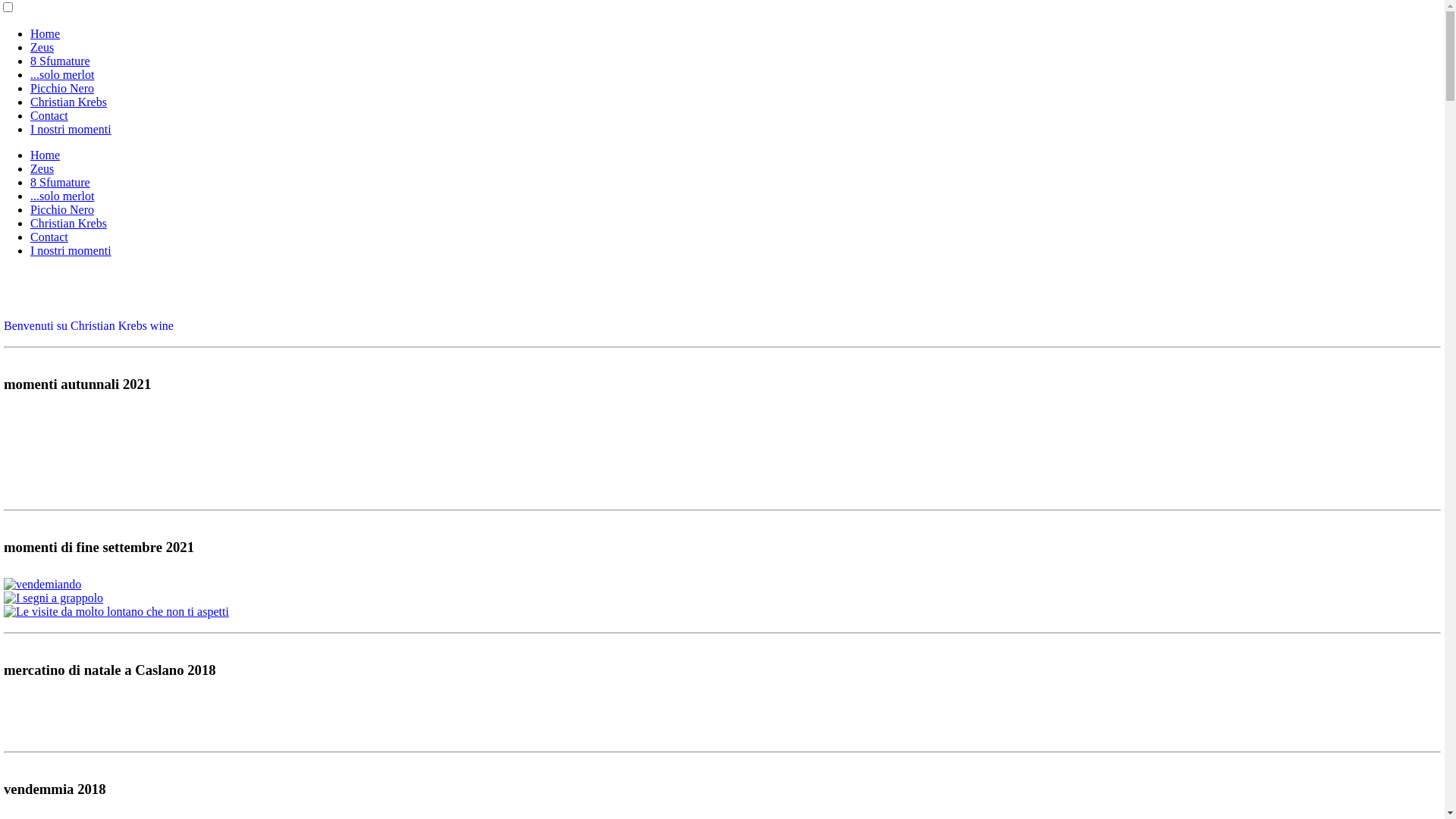 Image resolution: width=1456 pixels, height=819 pixels. Describe the element at coordinates (61, 209) in the screenshot. I see `'Picchio Nero'` at that location.